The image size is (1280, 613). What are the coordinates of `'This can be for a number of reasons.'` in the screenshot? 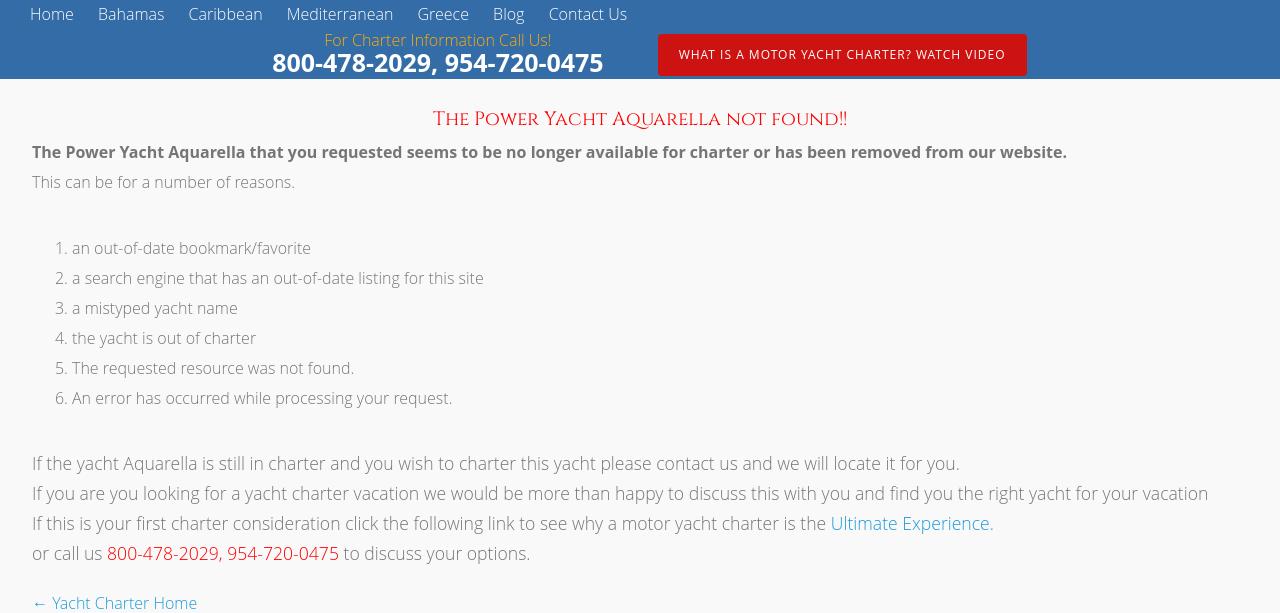 It's located at (163, 180).